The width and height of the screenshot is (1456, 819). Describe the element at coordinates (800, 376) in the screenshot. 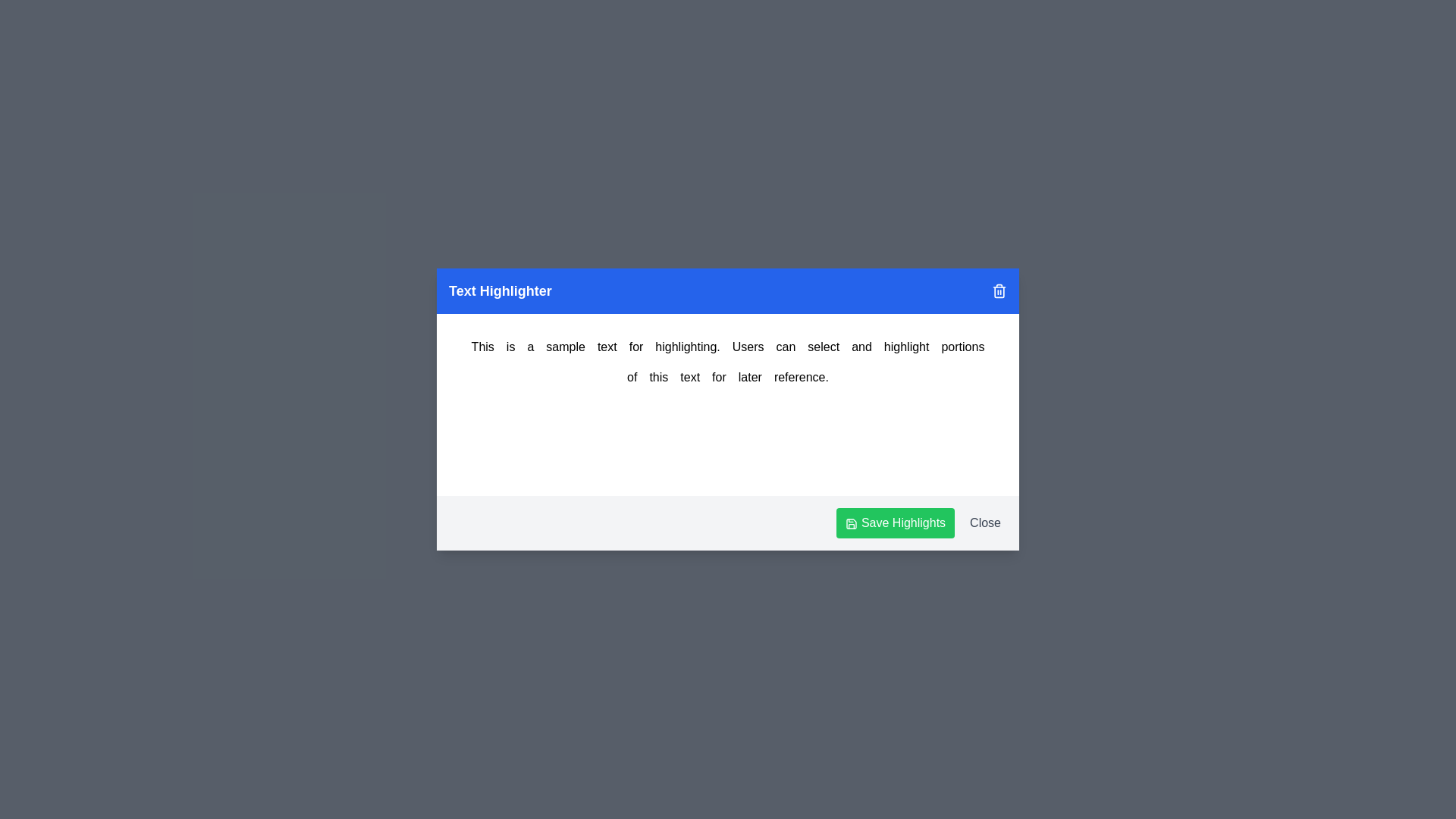

I see `the word 'reference.' by clicking on it` at that location.